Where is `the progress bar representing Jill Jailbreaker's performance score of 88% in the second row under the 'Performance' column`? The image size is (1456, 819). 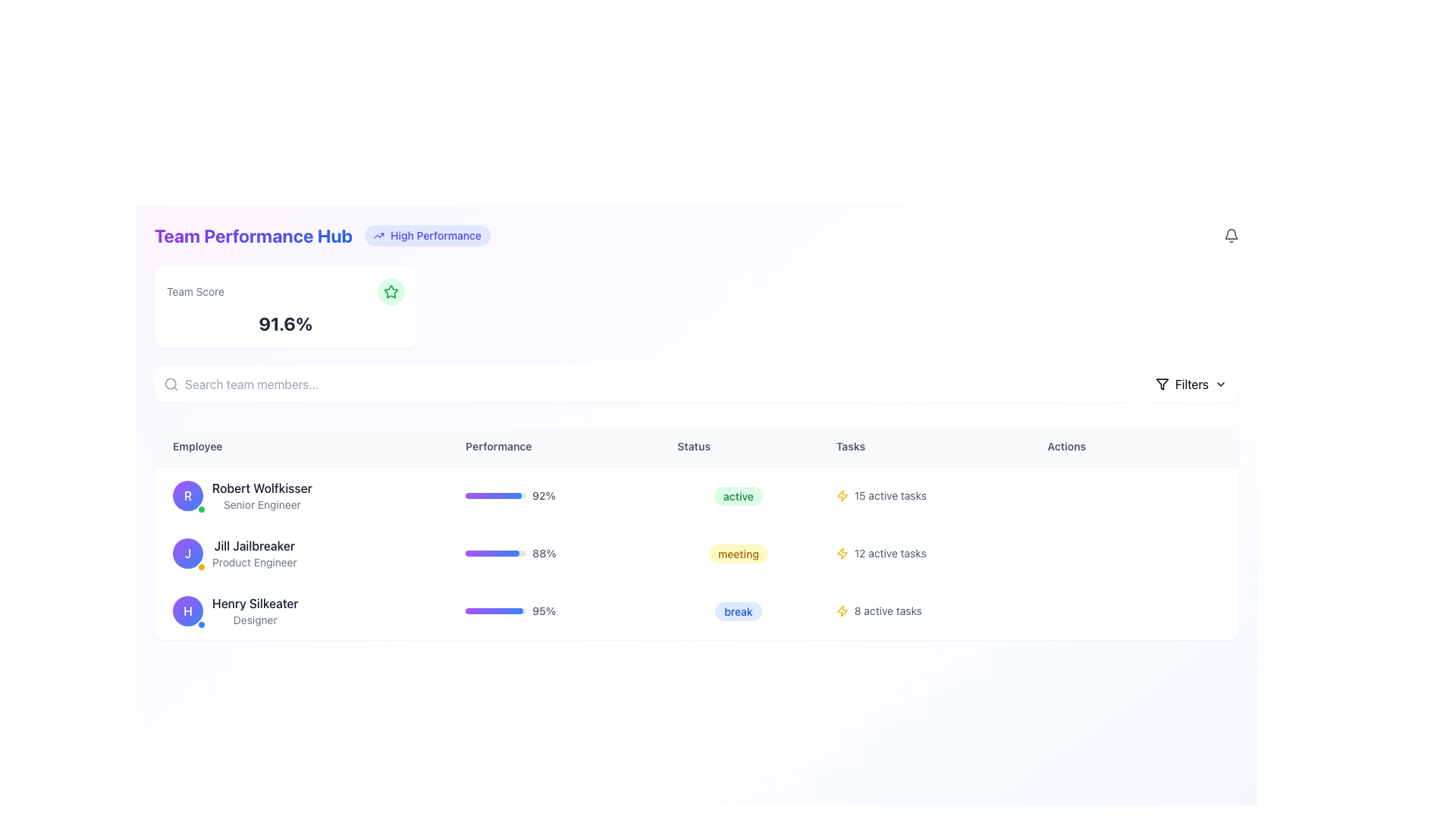
the progress bar representing Jill Jailbreaker's performance score of 88% in the second row under the 'Performance' column is located at coordinates (552, 553).